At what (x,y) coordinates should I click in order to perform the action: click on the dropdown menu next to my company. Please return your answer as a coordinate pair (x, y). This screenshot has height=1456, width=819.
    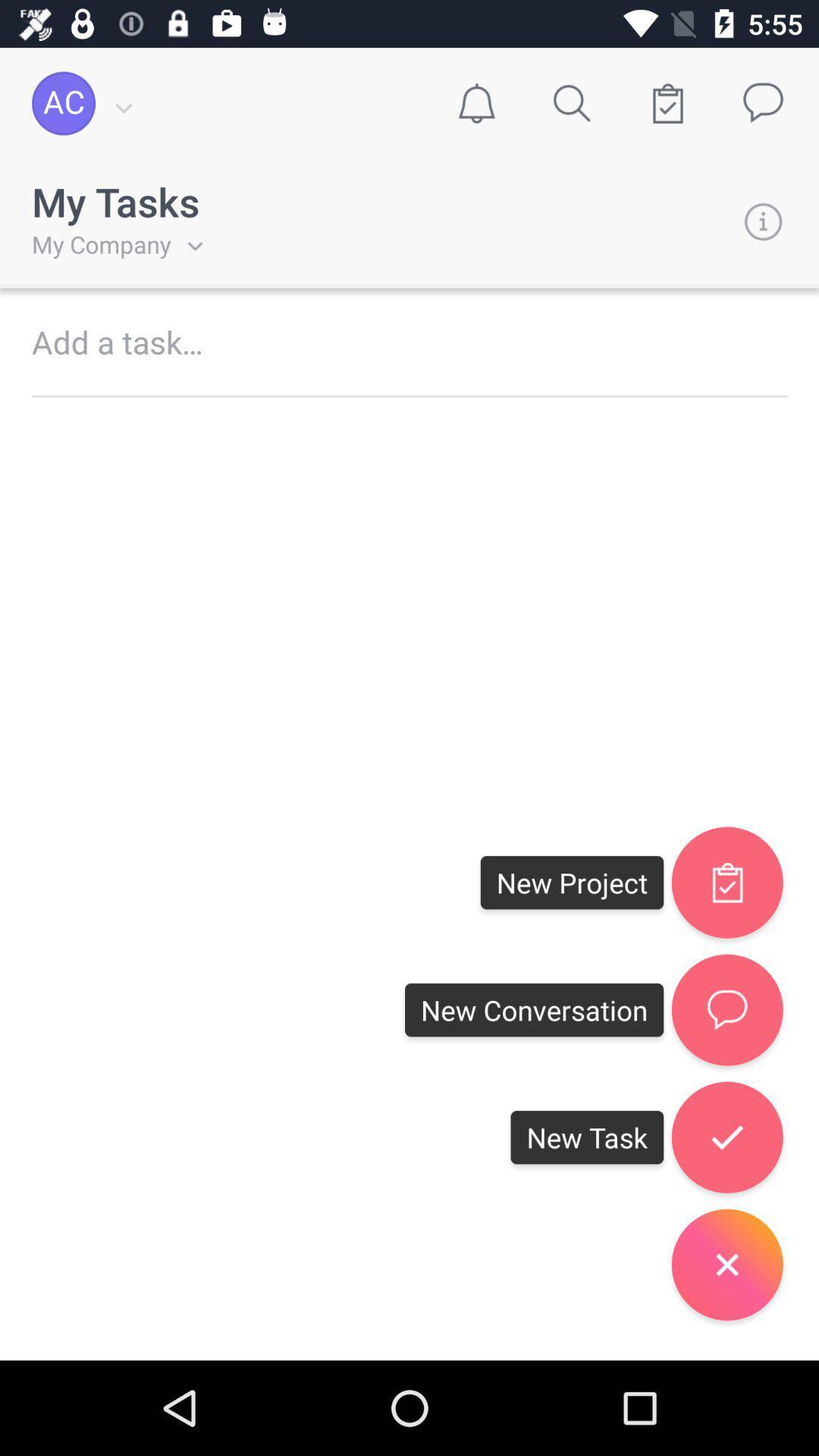
    Looking at the image, I should click on (186, 244).